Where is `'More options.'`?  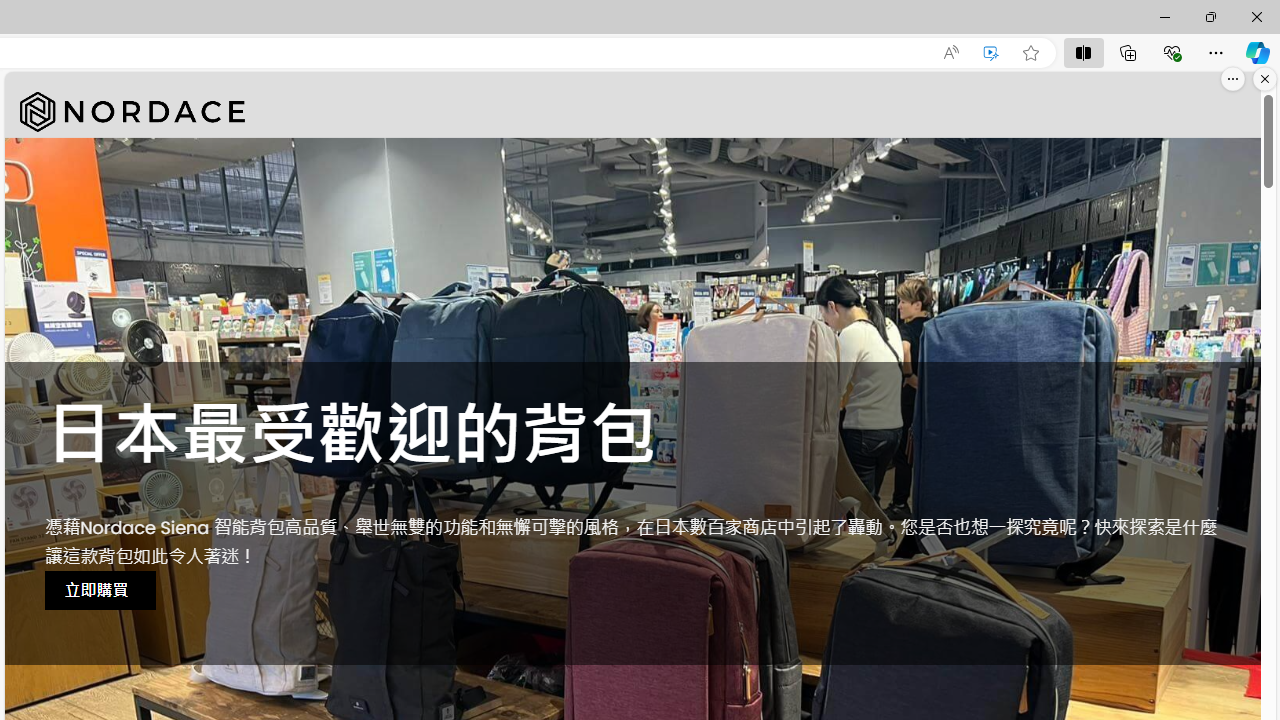 'More options.' is located at coordinates (1232, 78).